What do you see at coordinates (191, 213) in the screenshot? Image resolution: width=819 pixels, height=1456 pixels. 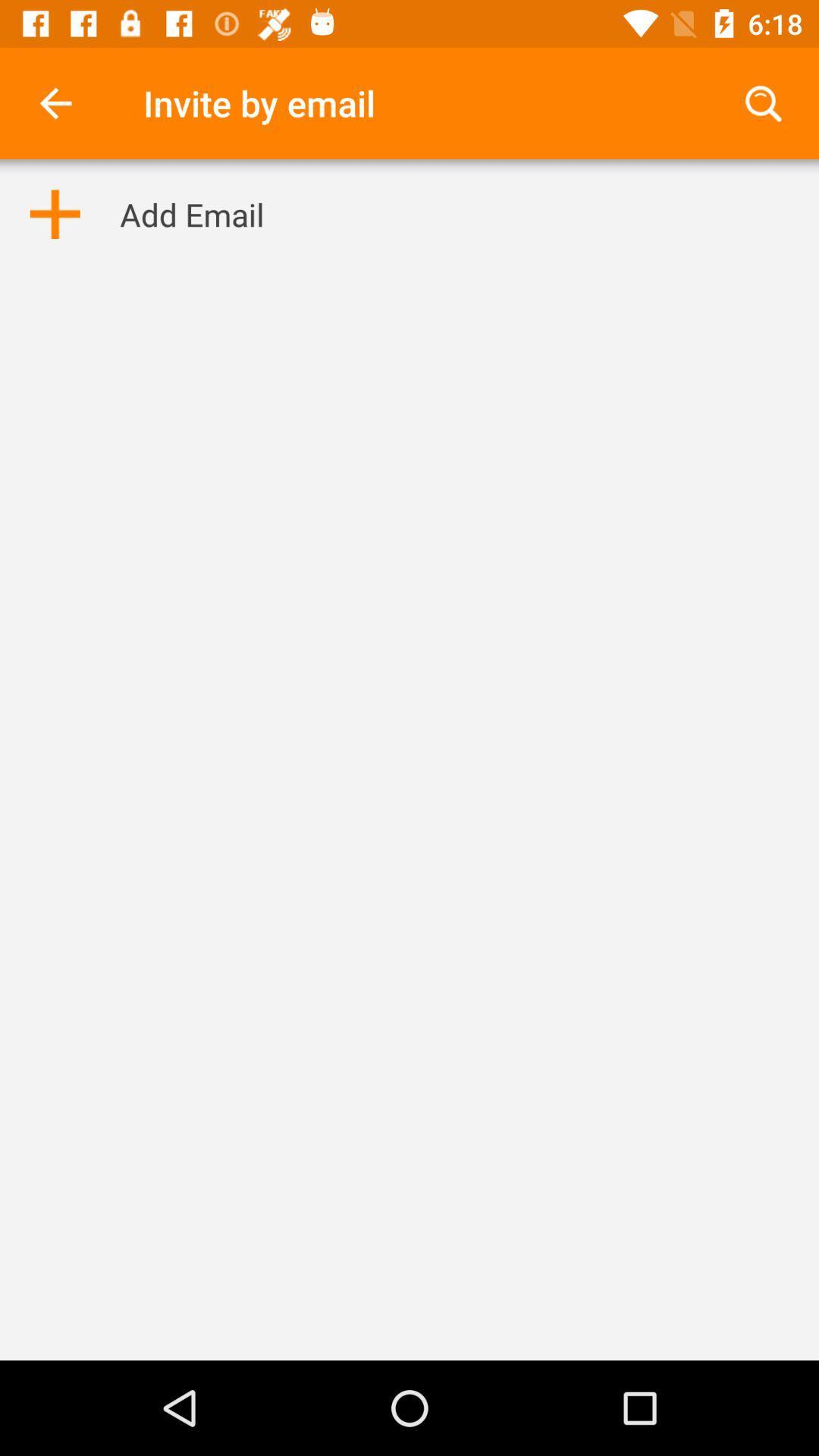 I see `the add email item` at bounding box center [191, 213].